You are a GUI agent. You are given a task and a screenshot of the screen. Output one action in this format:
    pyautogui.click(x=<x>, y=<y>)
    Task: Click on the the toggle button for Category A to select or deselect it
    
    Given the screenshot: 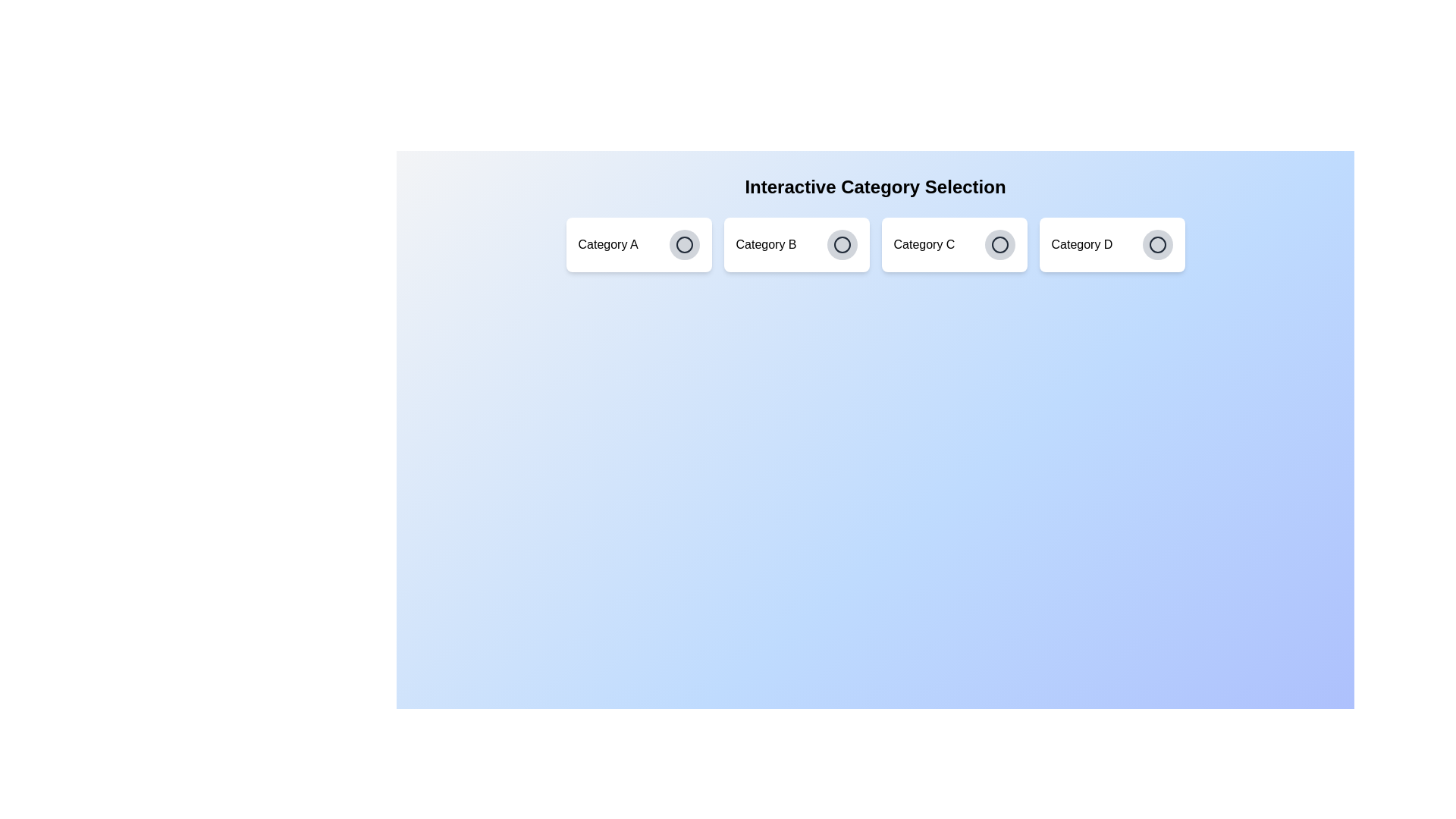 What is the action you would take?
    pyautogui.click(x=683, y=244)
    